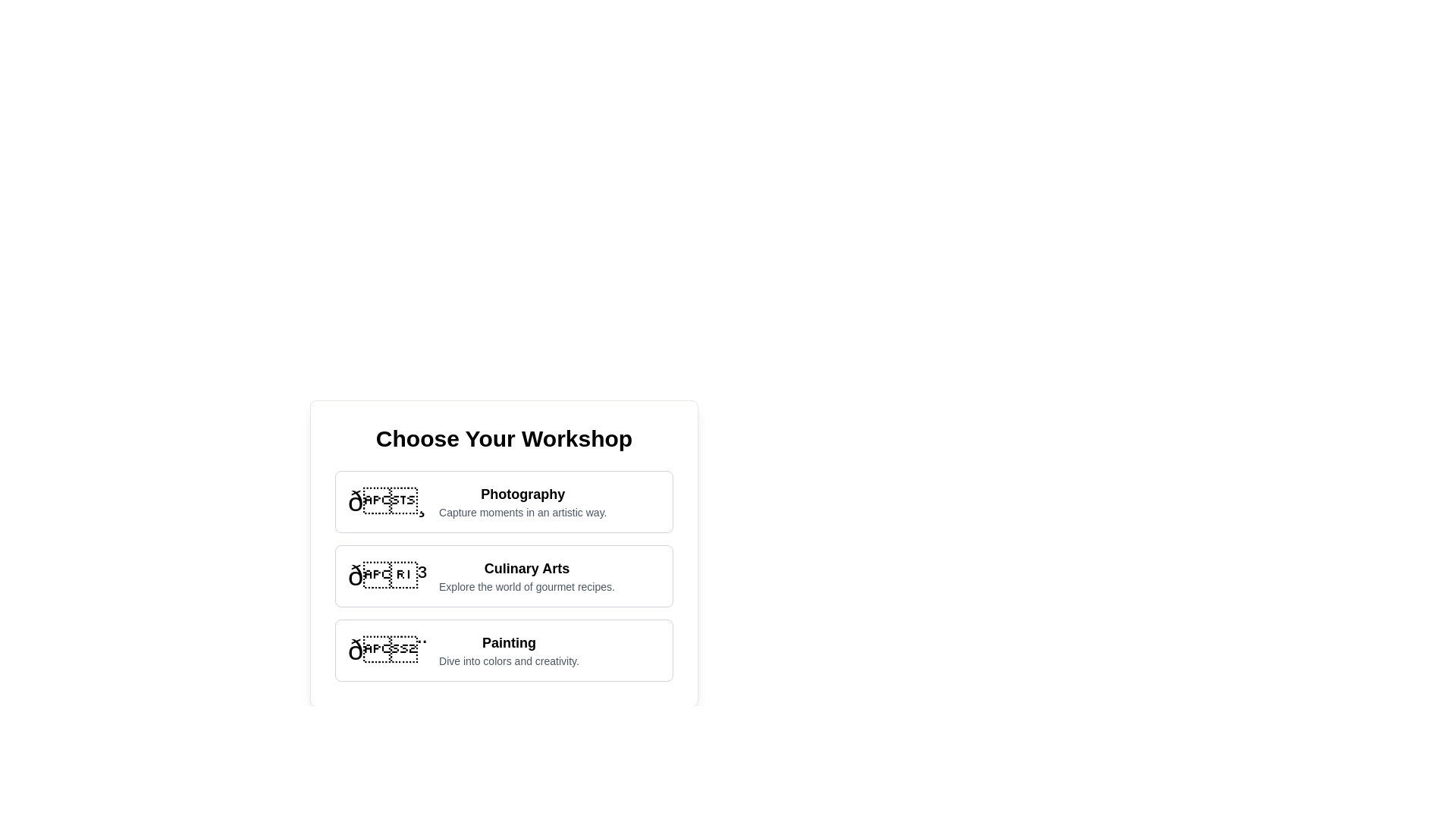  Describe the element at coordinates (522, 494) in the screenshot. I see `the text element 'Photography', which is bold, large, and aligned left, located within the first group under 'Choose Your Workshop'` at that location.